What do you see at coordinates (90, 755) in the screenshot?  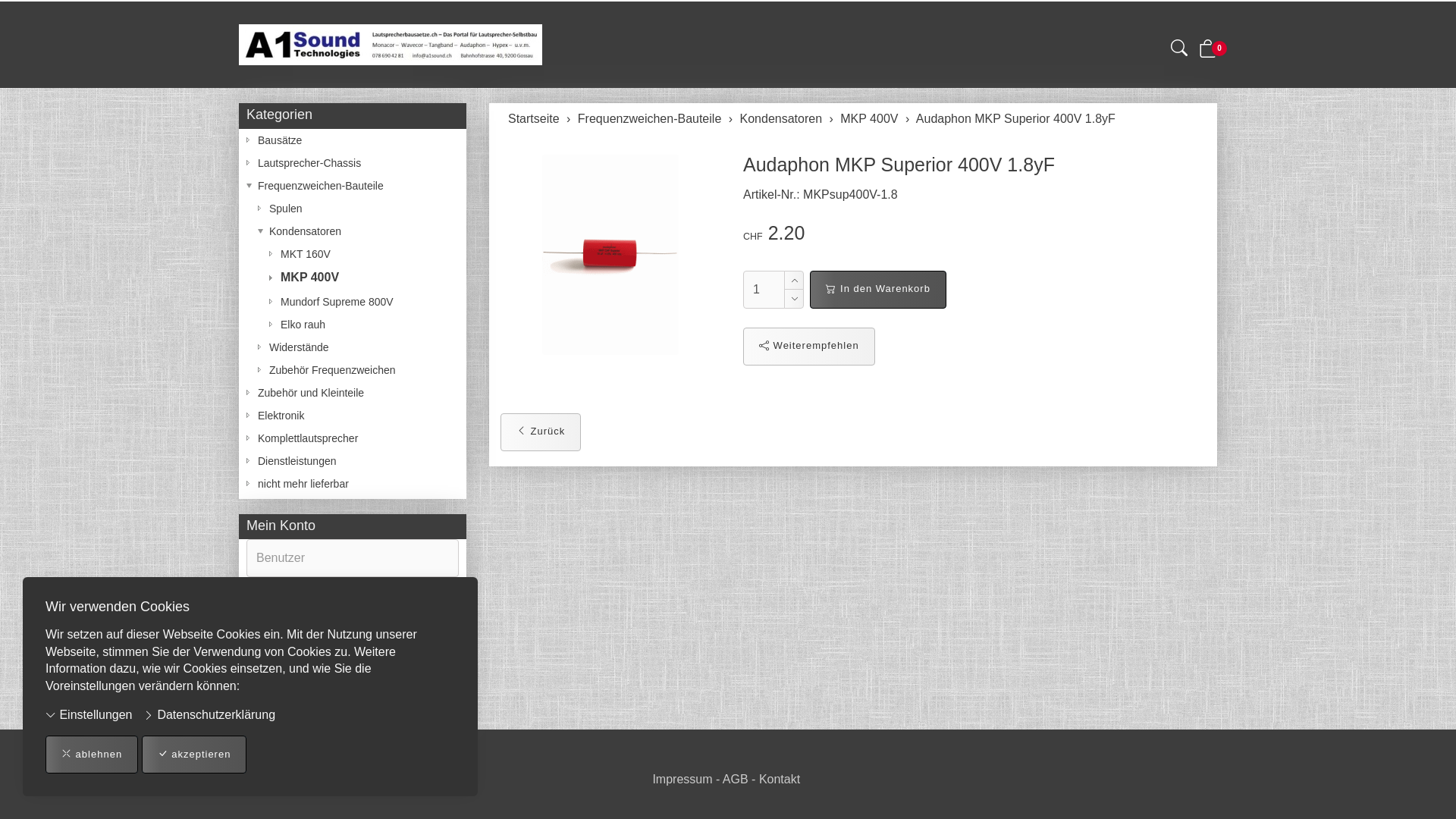 I see `'ablehnen'` at bounding box center [90, 755].